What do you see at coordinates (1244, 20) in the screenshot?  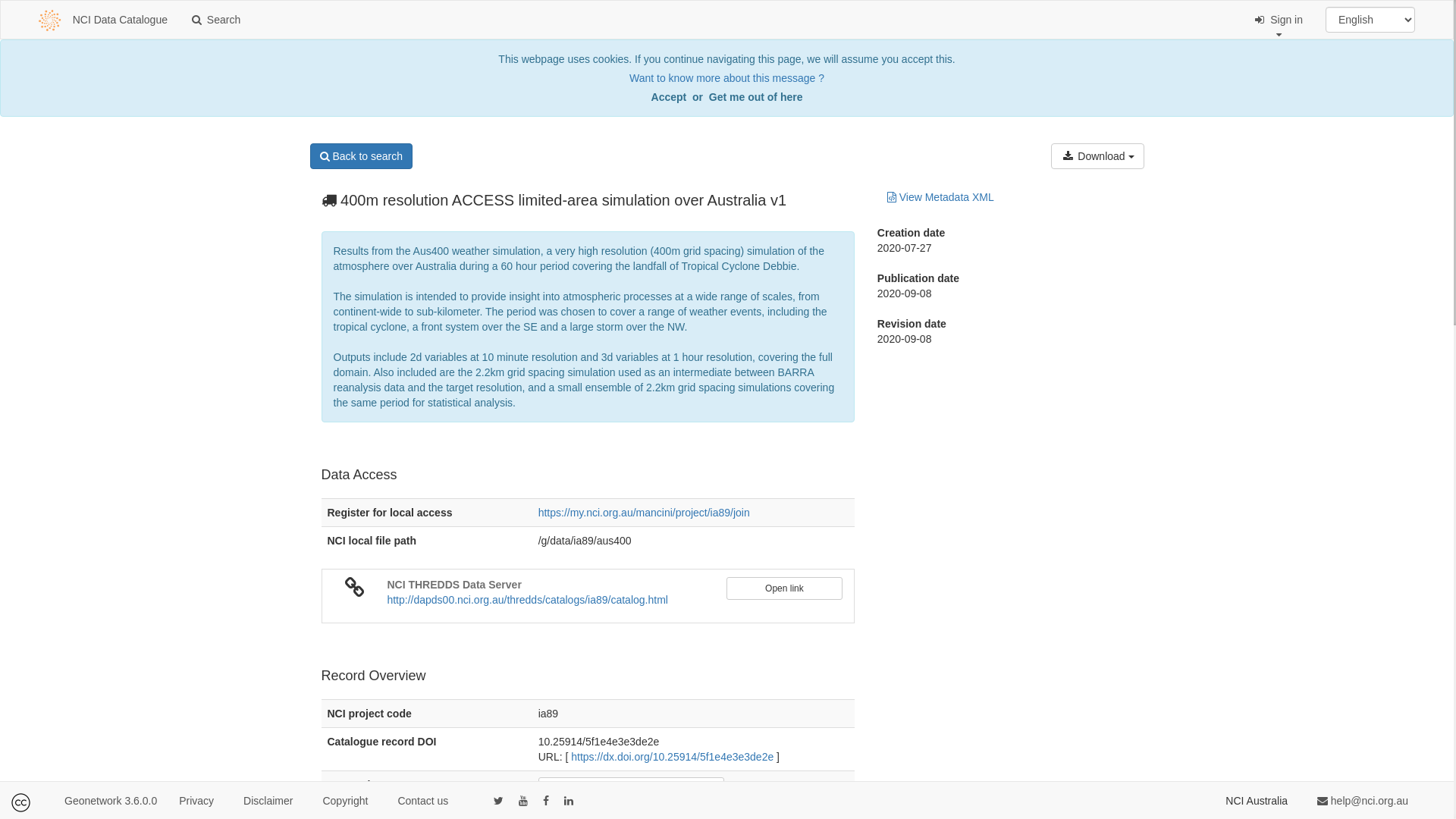 I see `'  Sign in'` at bounding box center [1244, 20].